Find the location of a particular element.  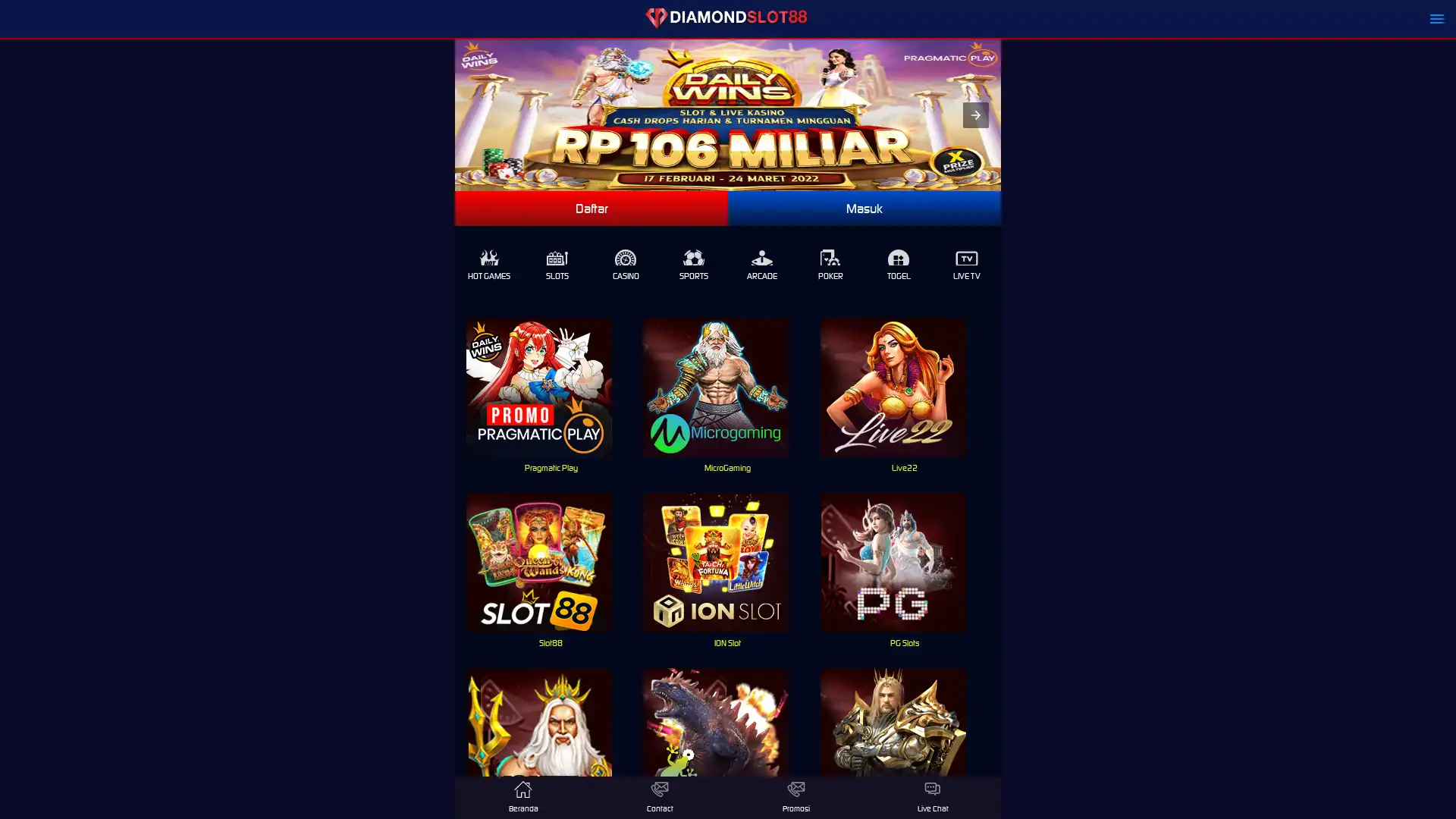

Previous item in carousel (1 of 13) is located at coordinates (466, 114).